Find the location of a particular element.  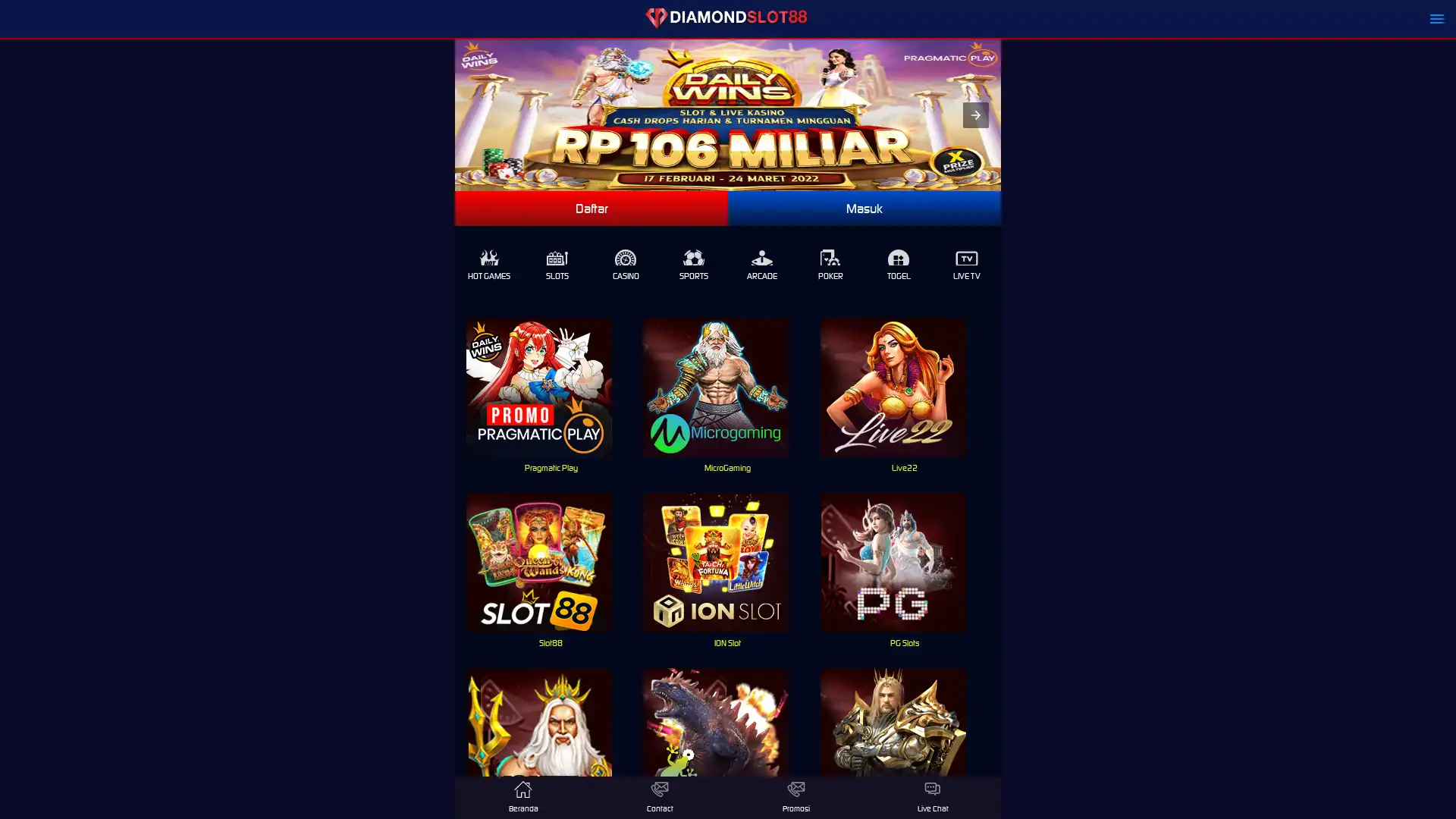

Previous item in carousel (1 of 13) is located at coordinates (466, 114).